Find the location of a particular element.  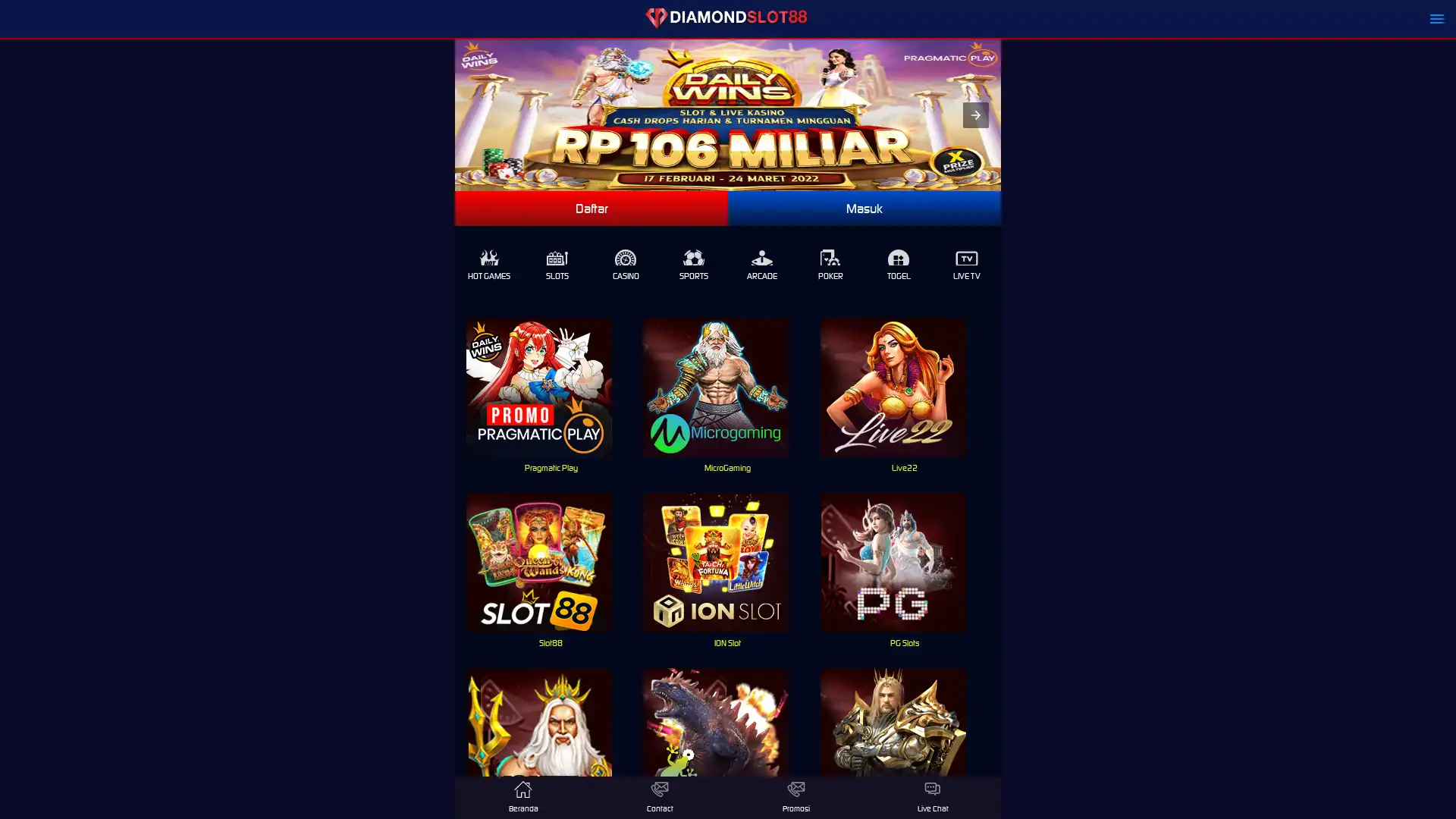

Previous item in carousel (1 of 13) is located at coordinates (466, 114).